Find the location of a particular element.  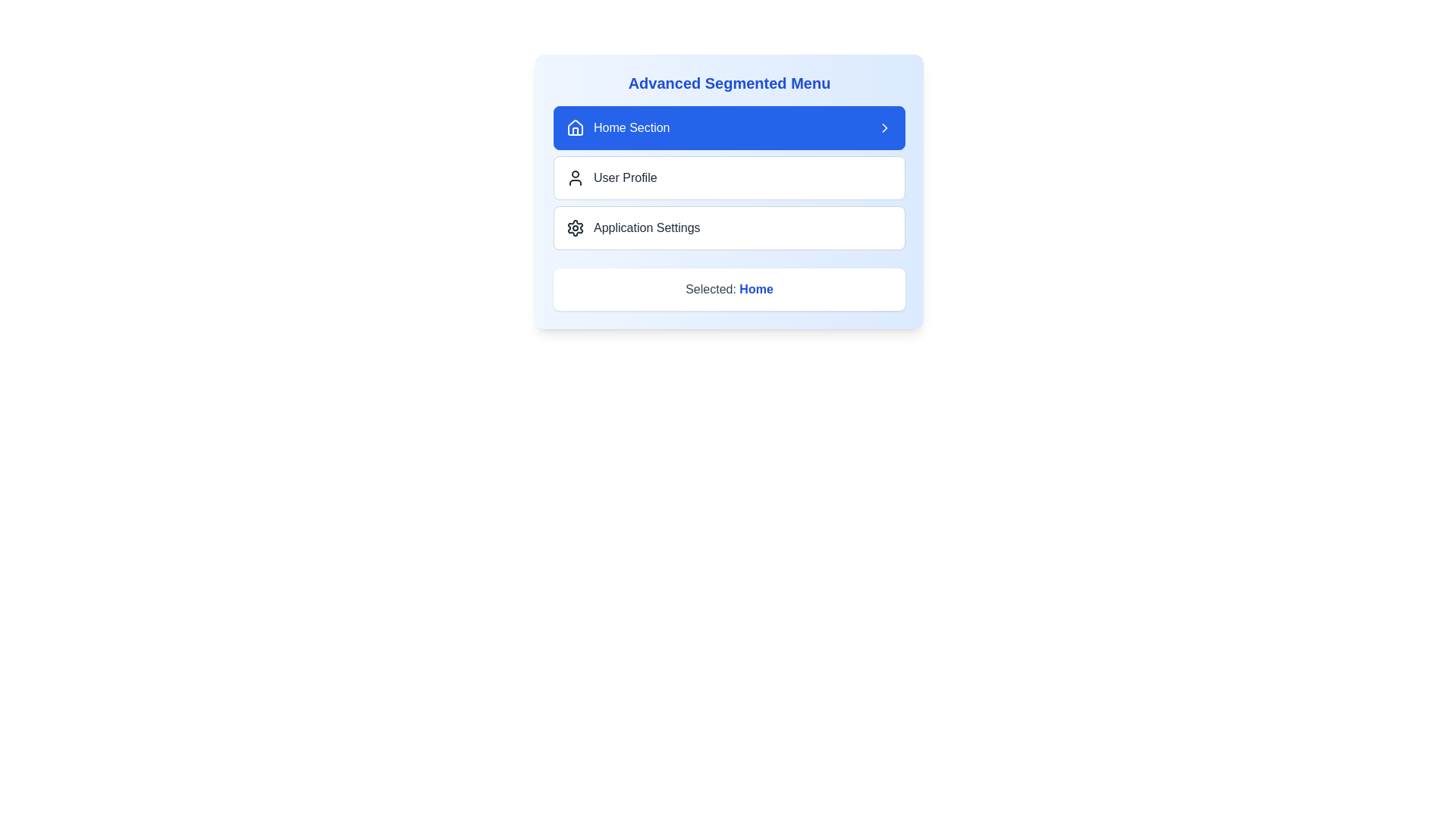

the navigational button for the 'Home Section' located in the top-left quadrant of the segmented menu interface is located at coordinates (618, 127).